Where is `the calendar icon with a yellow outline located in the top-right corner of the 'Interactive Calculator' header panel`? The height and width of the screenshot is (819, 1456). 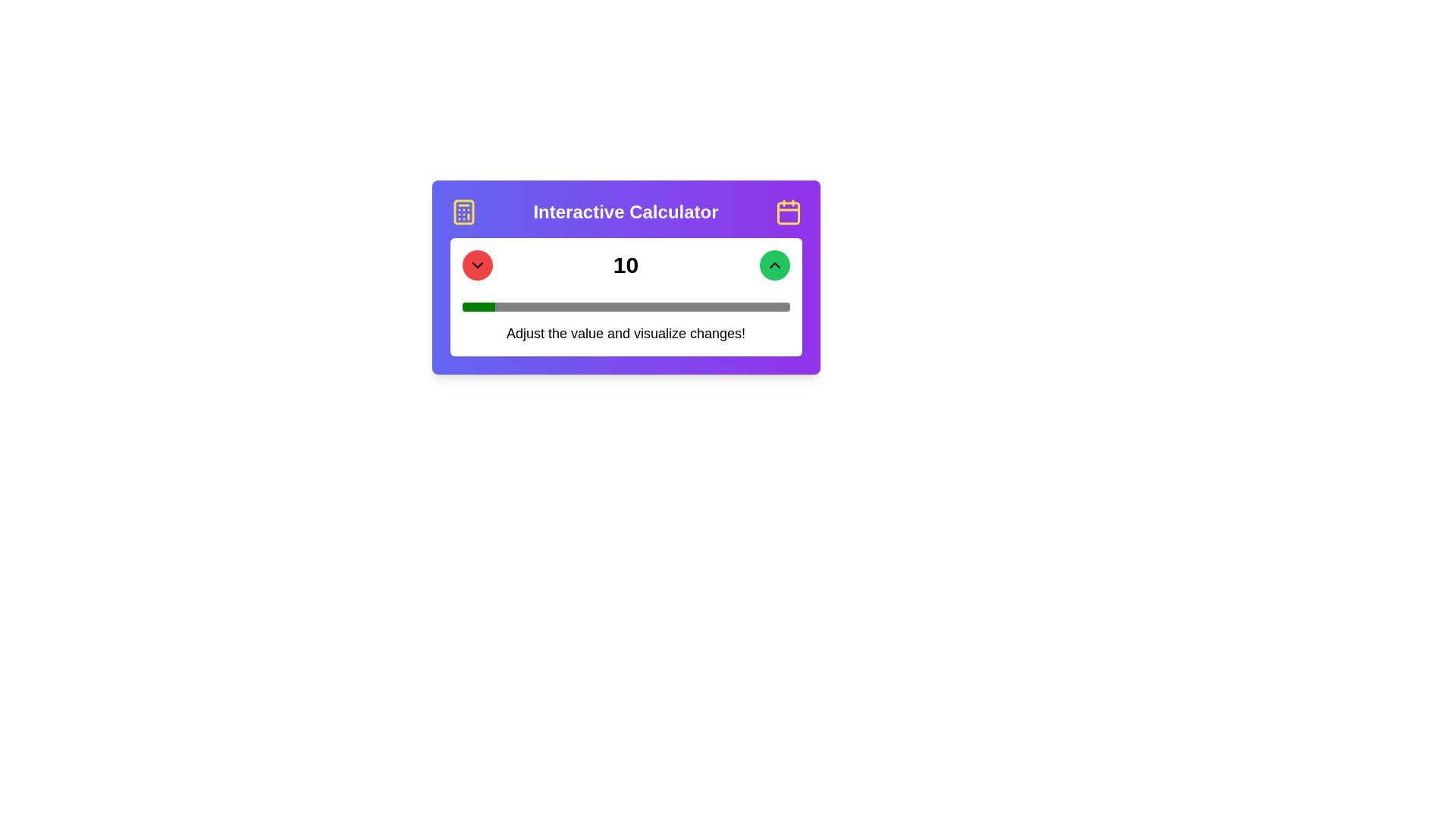 the calendar icon with a yellow outline located in the top-right corner of the 'Interactive Calculator' header panel is located at coordinates (788, 212).